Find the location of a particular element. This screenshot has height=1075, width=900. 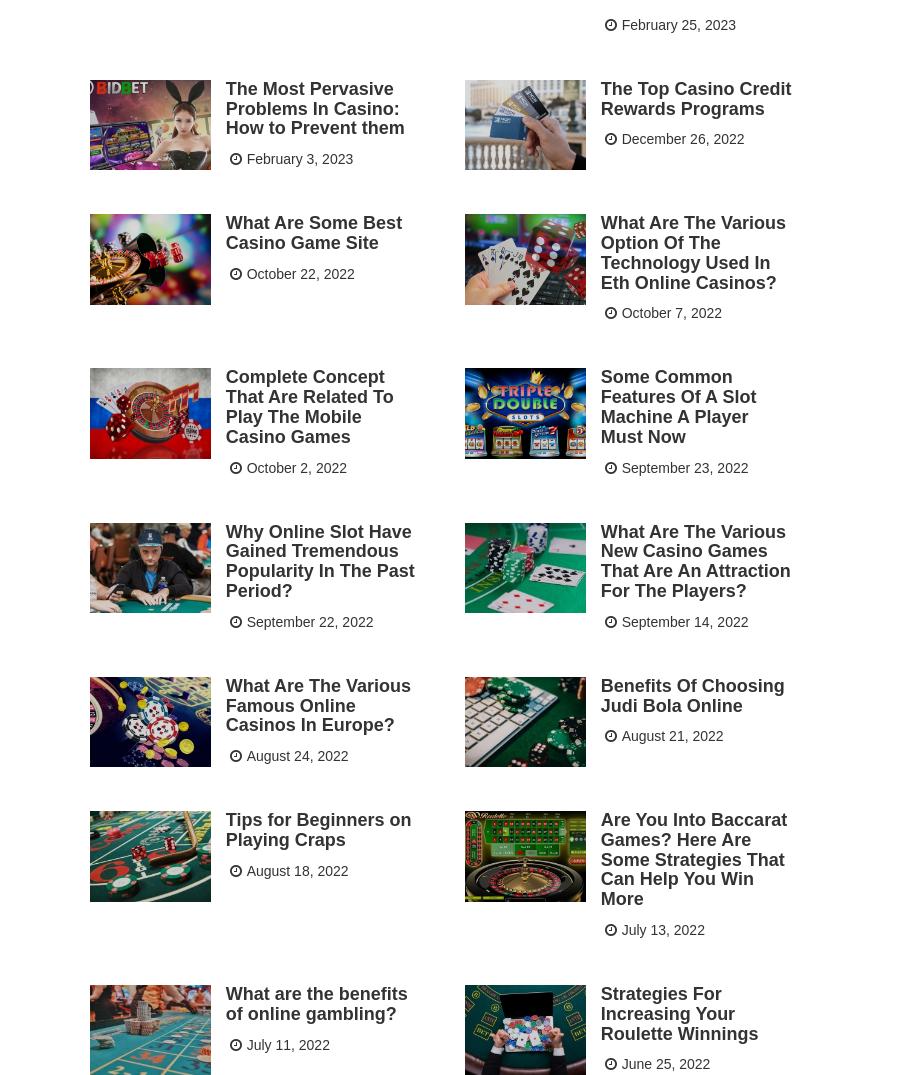

'What are the benefits of online gambling?' is located at coordinates (314, 1001).